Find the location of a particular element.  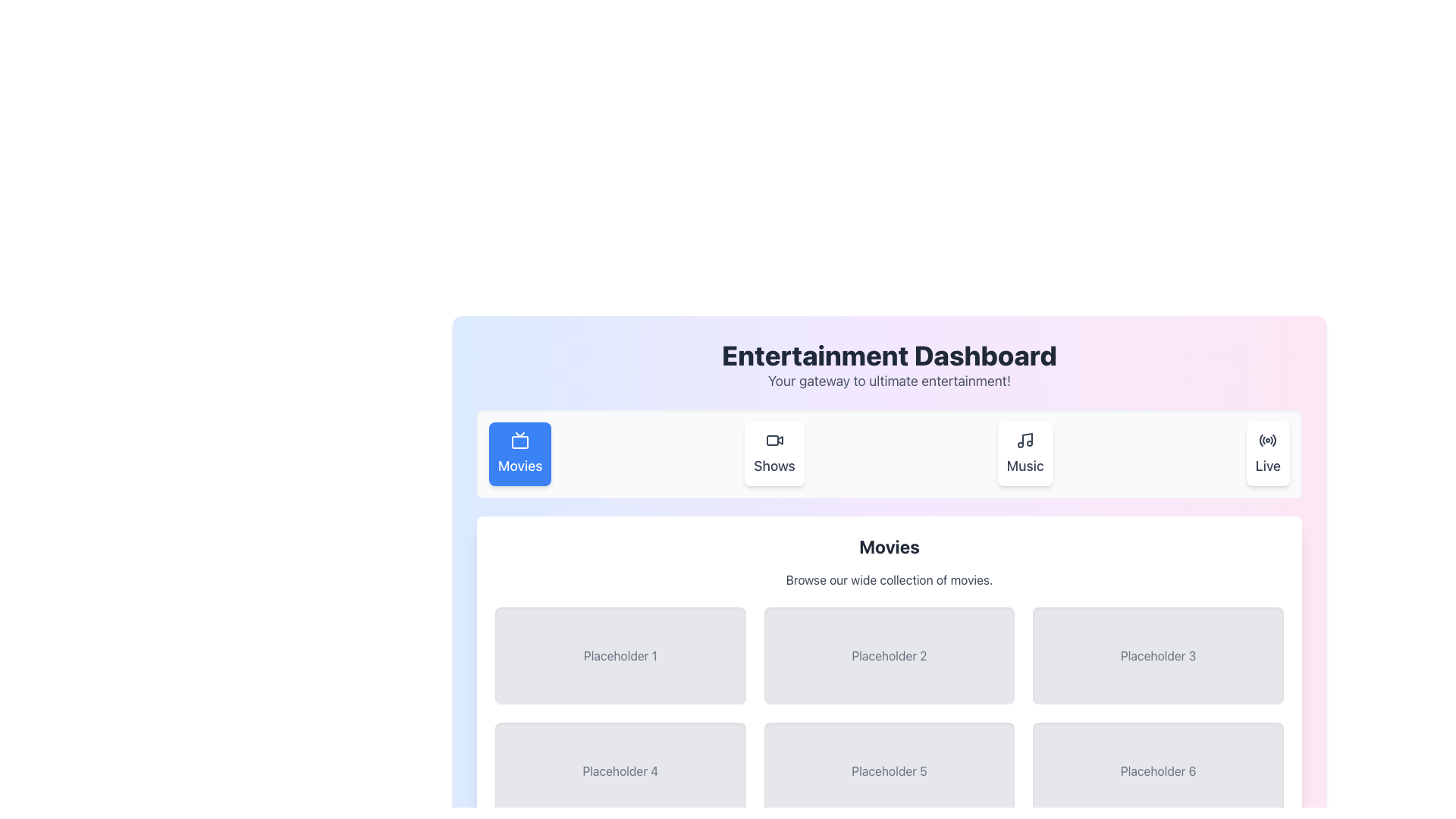

the 'Movies' text label, which serves as a section header indicating the category of the current content section is located at coordinates (889, 547).